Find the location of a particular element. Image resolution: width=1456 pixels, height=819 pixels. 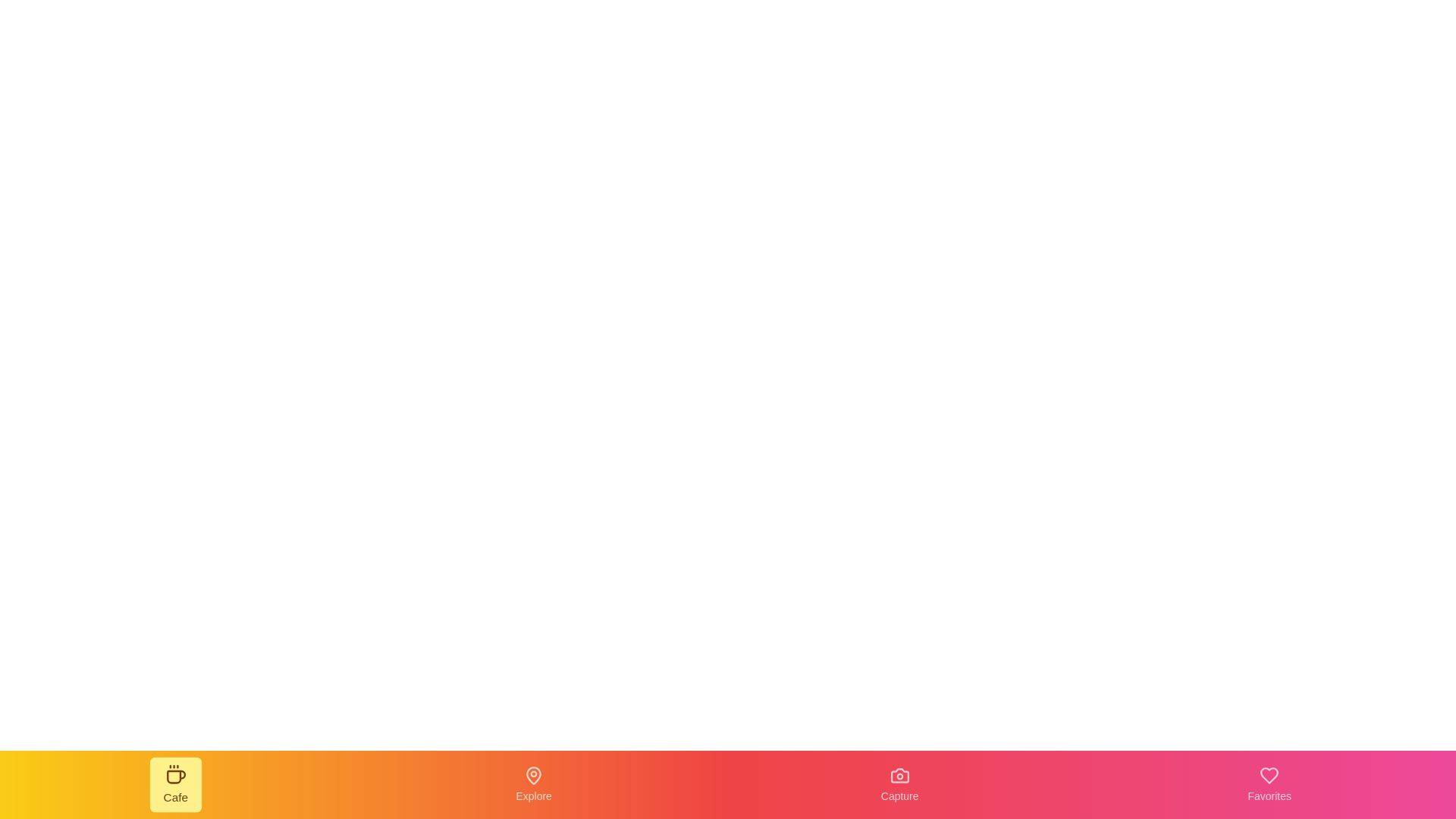

the navigation item Favorites from the bottom navigation bar is located at coordinates (1269, 784).